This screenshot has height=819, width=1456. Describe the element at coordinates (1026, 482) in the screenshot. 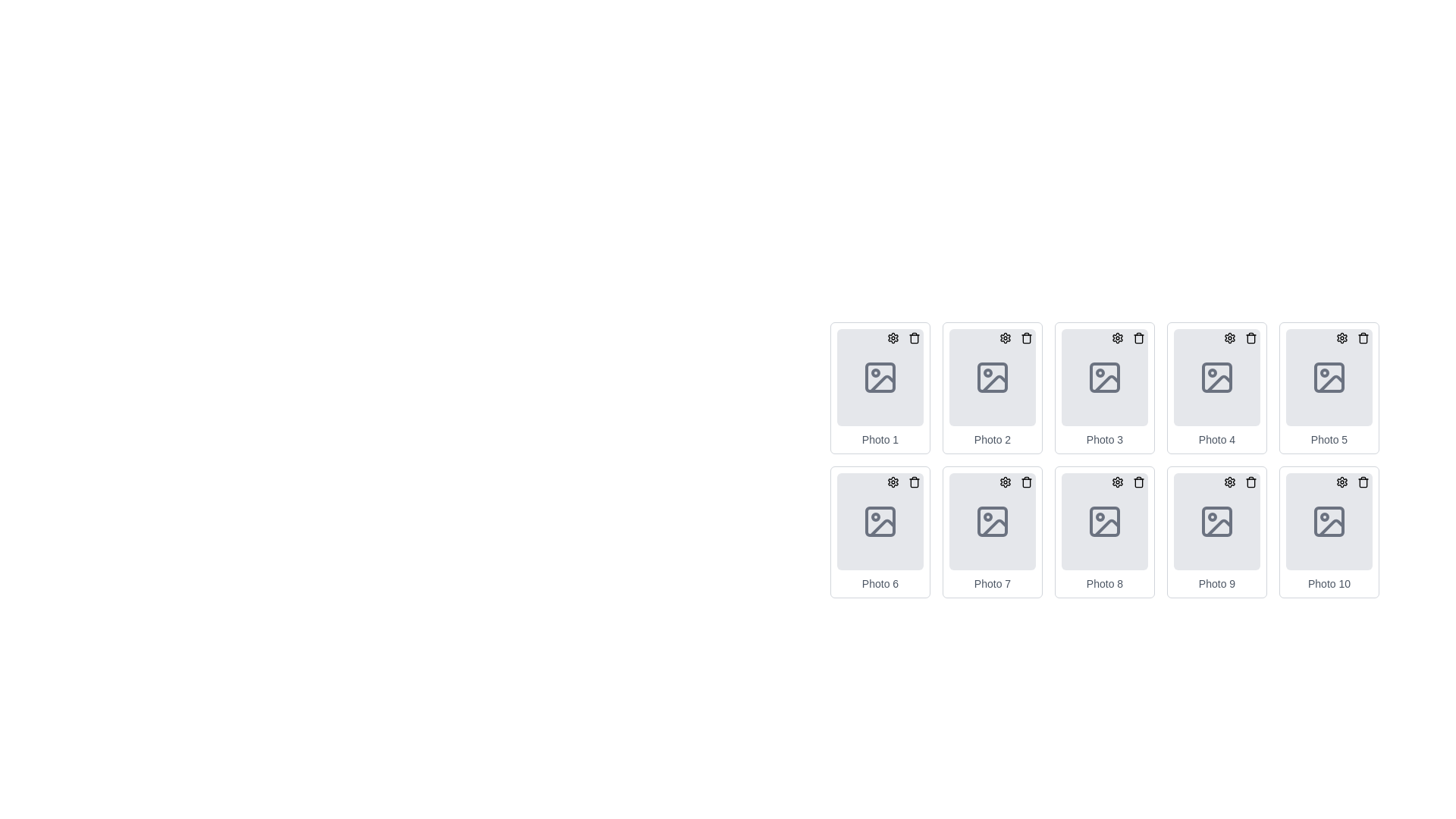

I see `the delete icon located in the top-right corner of the seventh image item in the grid` at that location.